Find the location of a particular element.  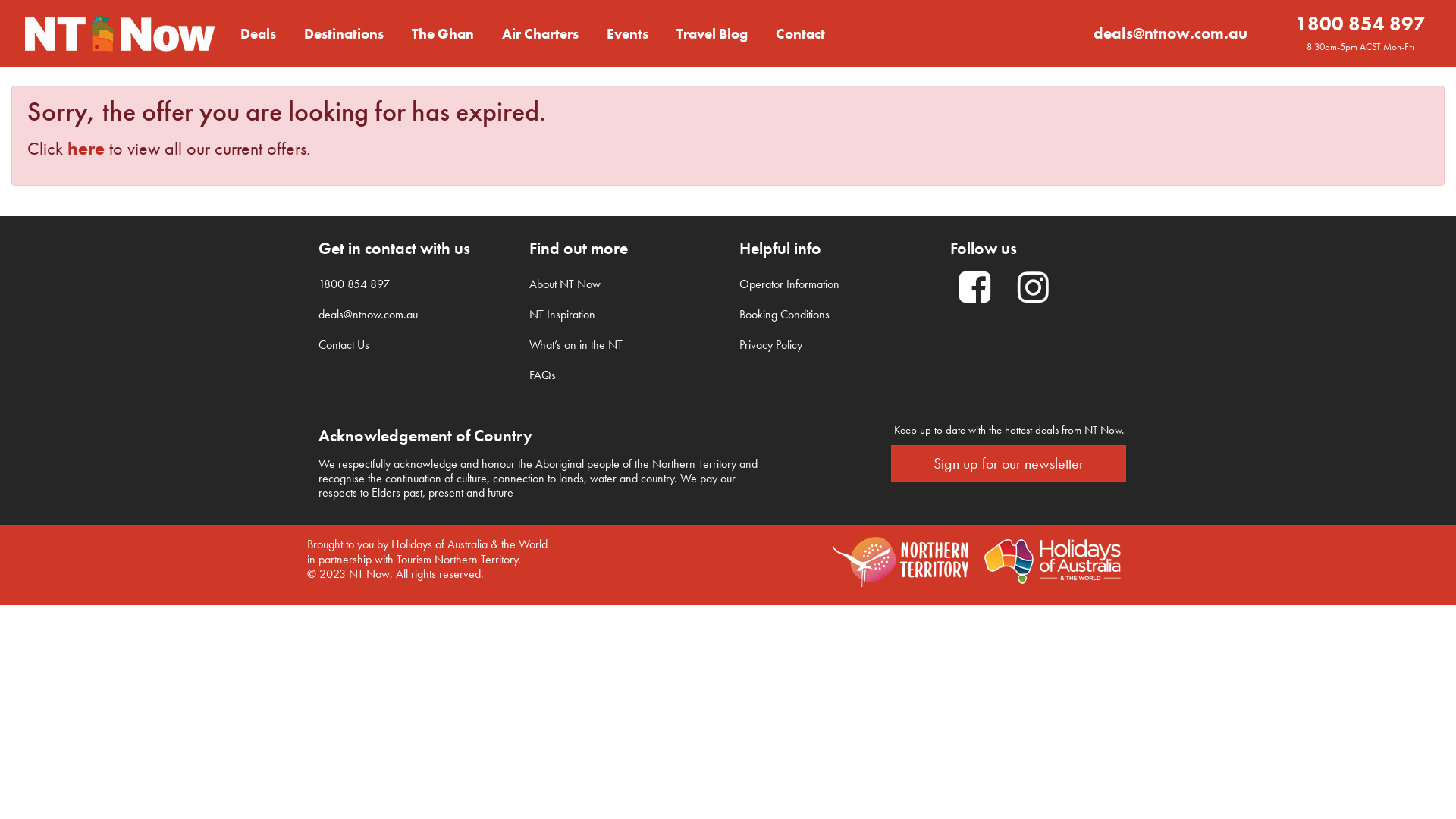

'Deals' is located at coordinates (258, 33).